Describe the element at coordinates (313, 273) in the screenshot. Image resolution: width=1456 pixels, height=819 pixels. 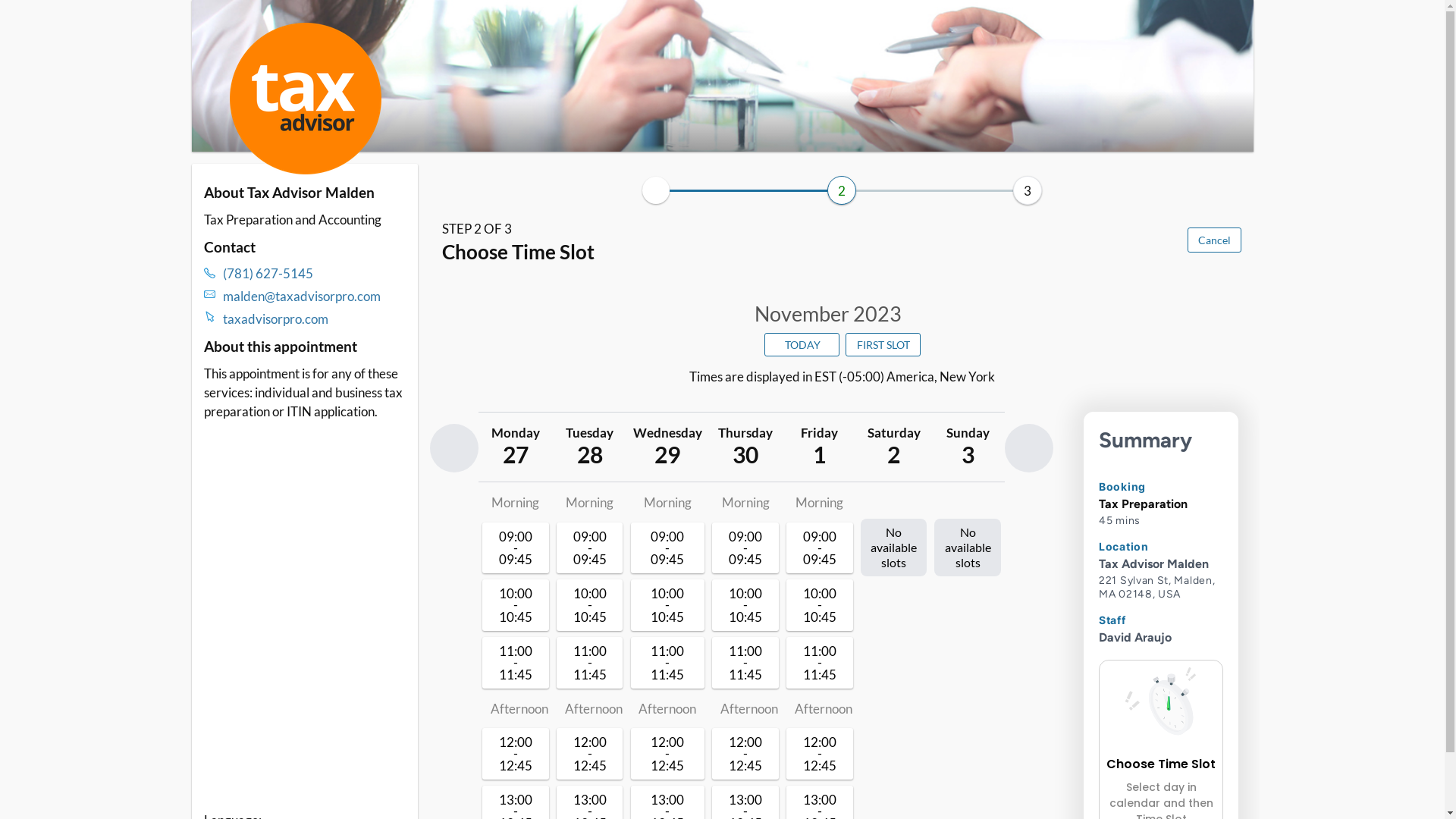
I see `'(781) 627-5145'` at that location.